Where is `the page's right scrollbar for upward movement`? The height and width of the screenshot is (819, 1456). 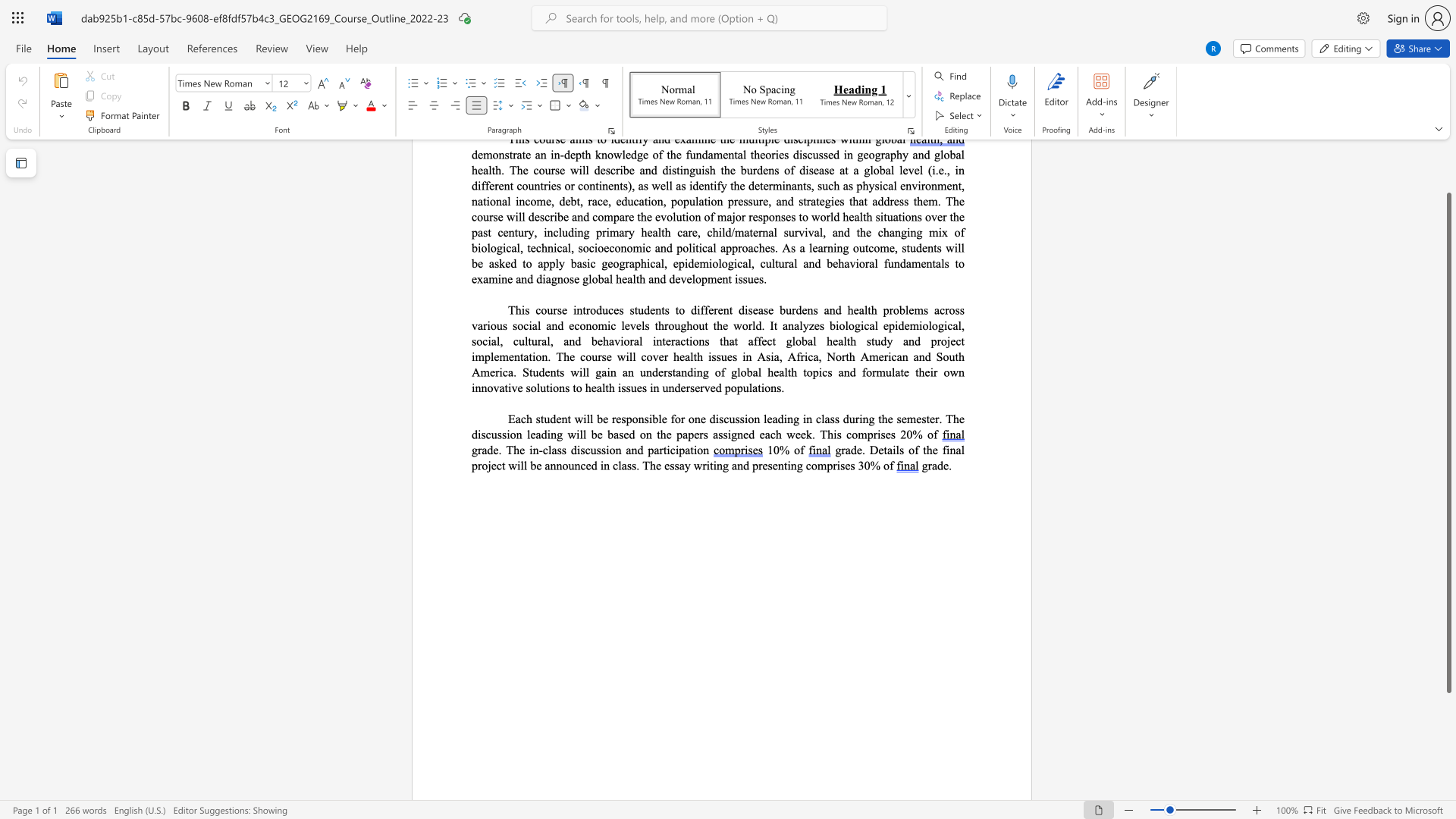 the page's right scrollbar for upward movement is located at coordinates (1448, 166).